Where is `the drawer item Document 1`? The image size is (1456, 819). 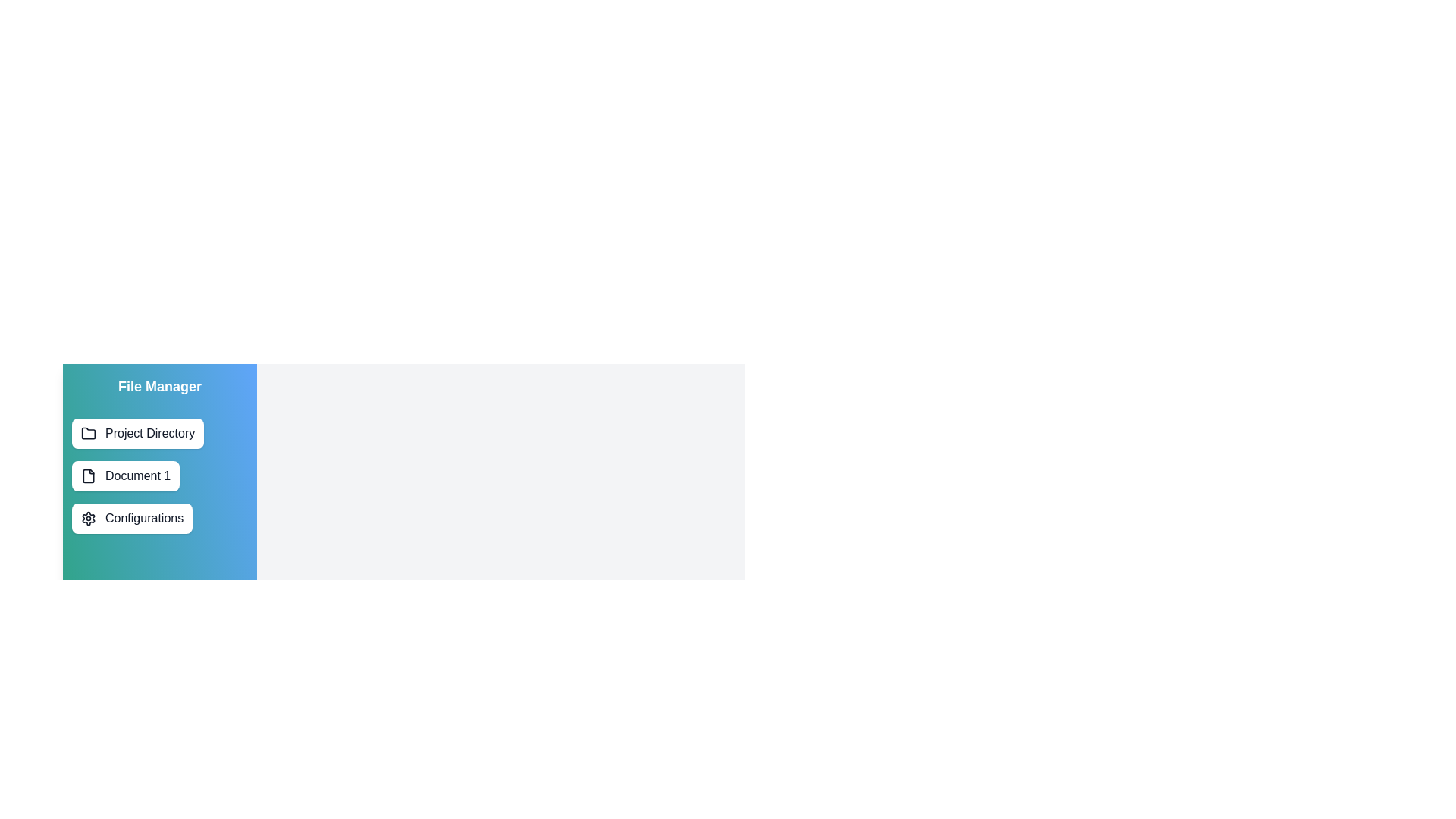 the drawer item Document 1 is located at coordinates (126, 475).